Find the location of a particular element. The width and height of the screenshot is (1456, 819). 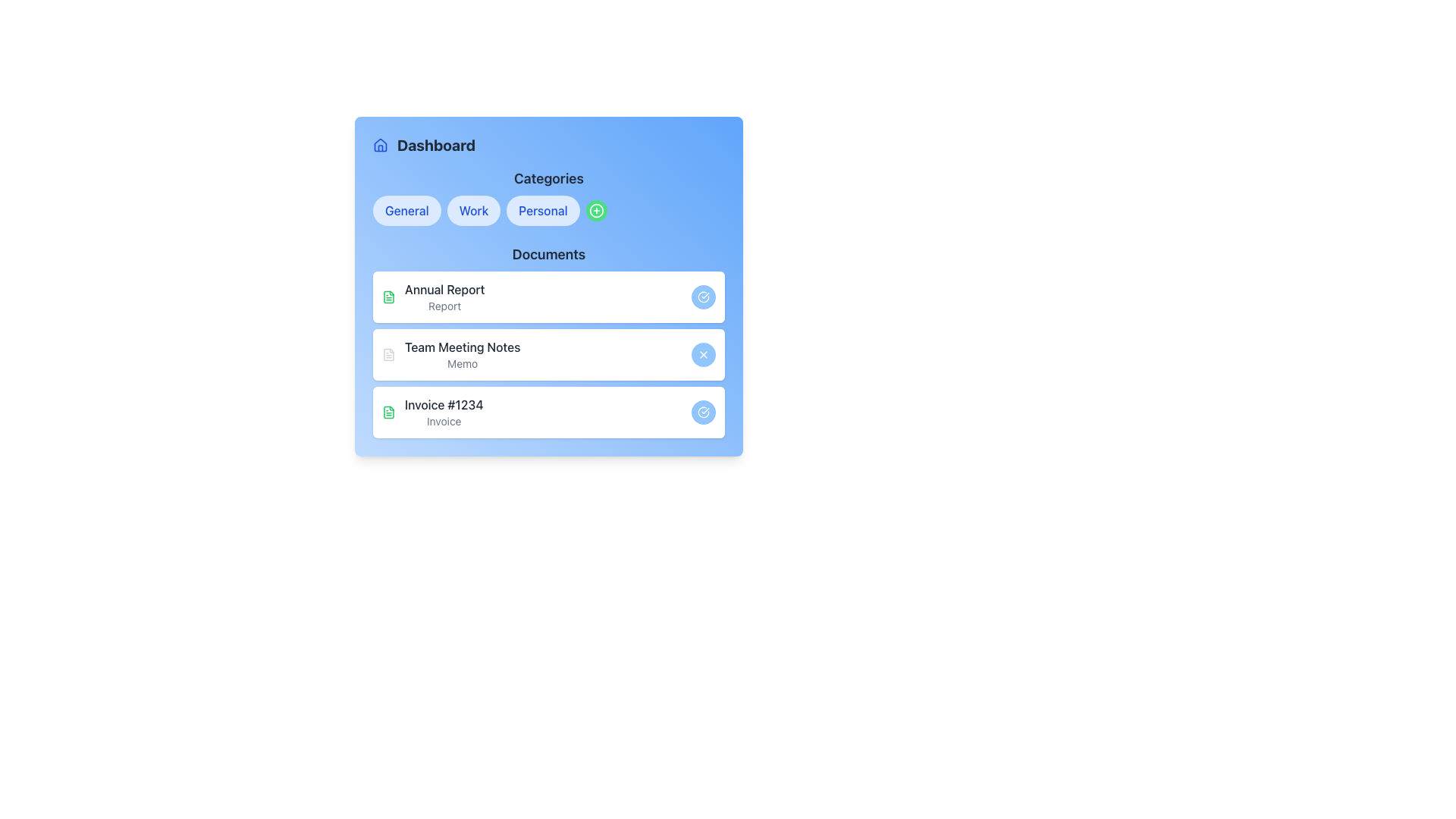

the 'Team Meeting Notes' document entry is located at coordinates (462, 354).